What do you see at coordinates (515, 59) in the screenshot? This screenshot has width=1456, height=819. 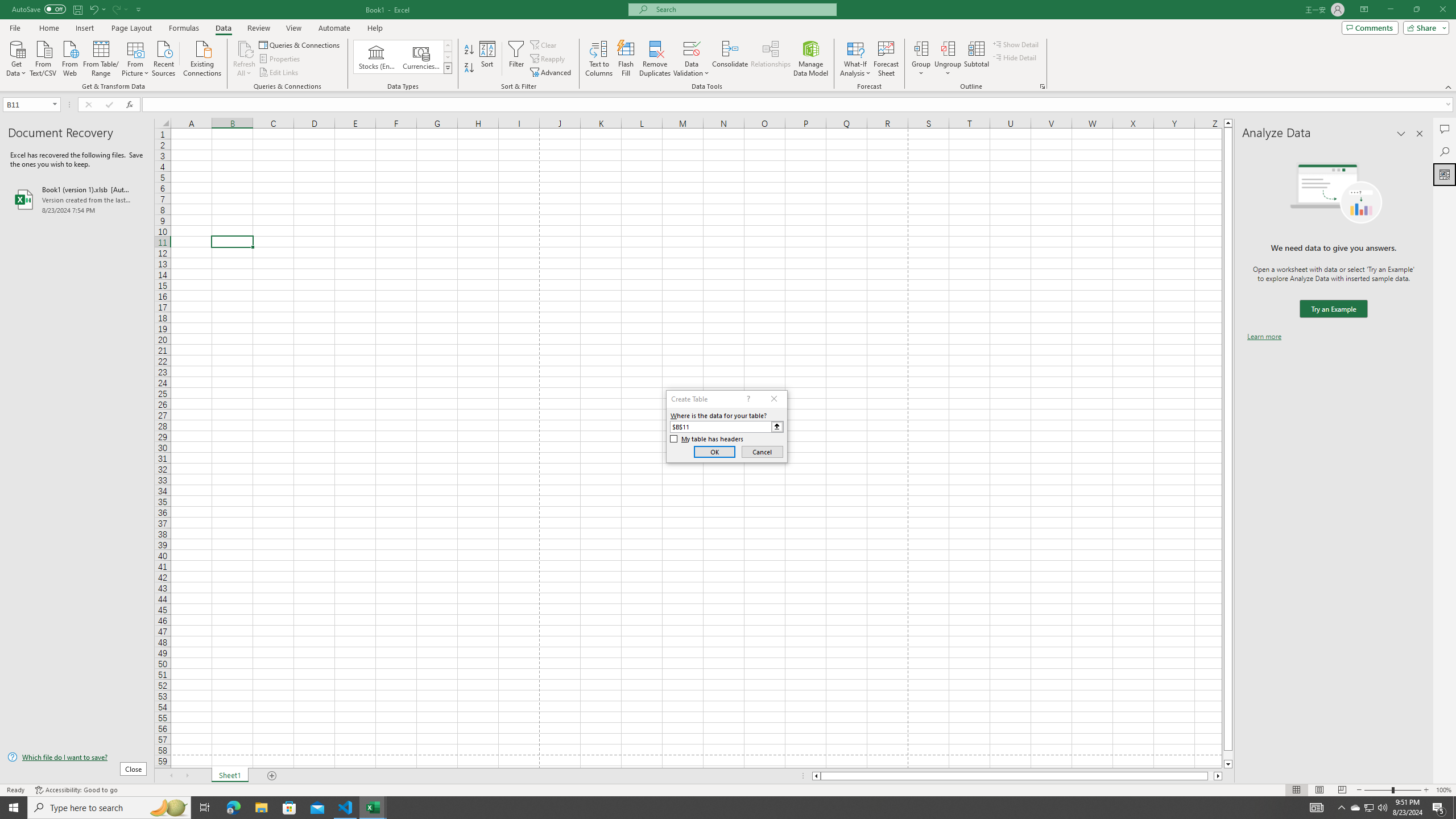 I see `'Filter'` at bounding box center [515, 59].